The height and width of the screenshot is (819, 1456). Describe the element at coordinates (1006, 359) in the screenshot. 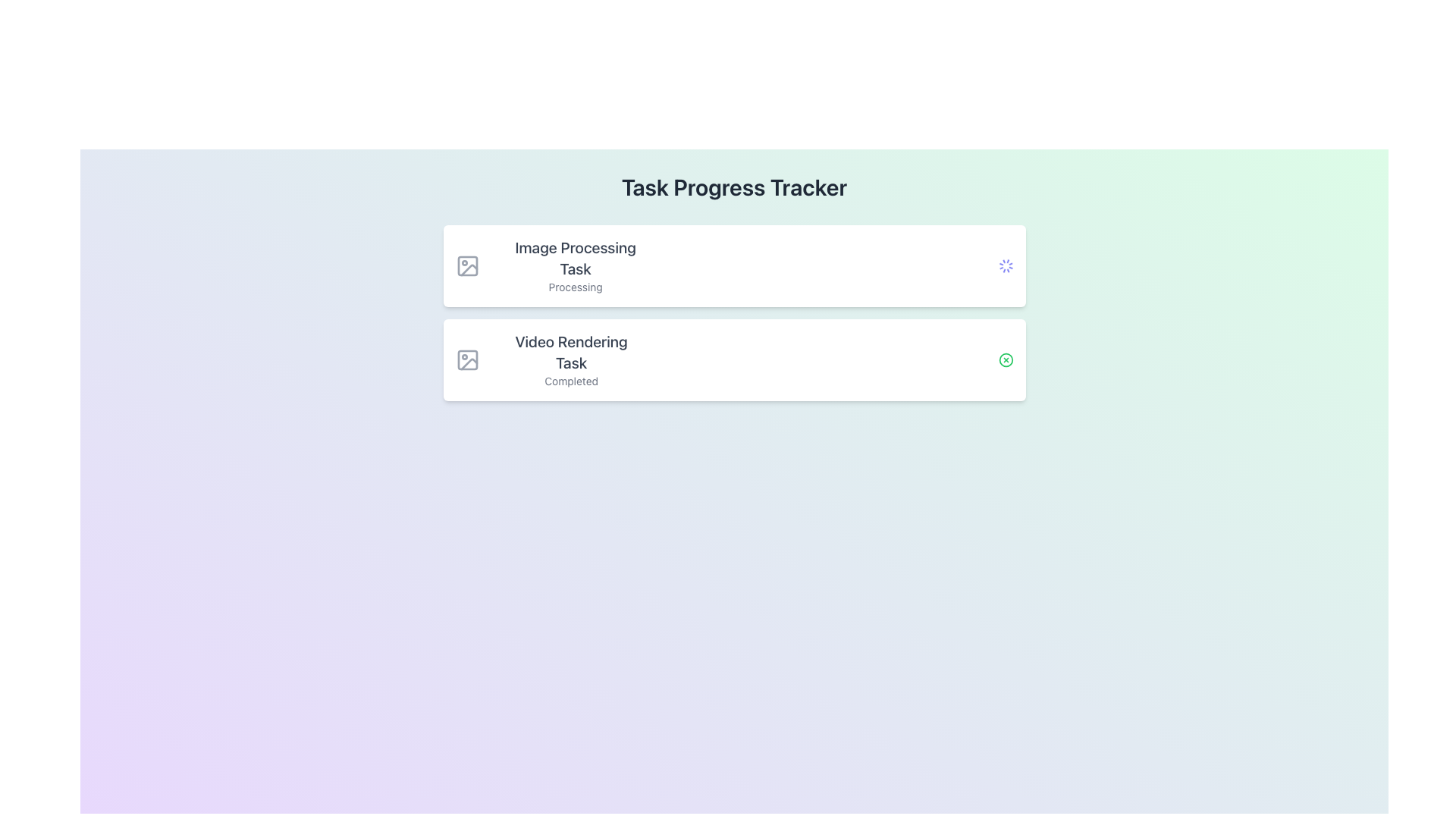

I see `the circular icon with a green outline and an embedded 'X' mark, located at the far-right end of the 'Video Rendering' task card` at that location.